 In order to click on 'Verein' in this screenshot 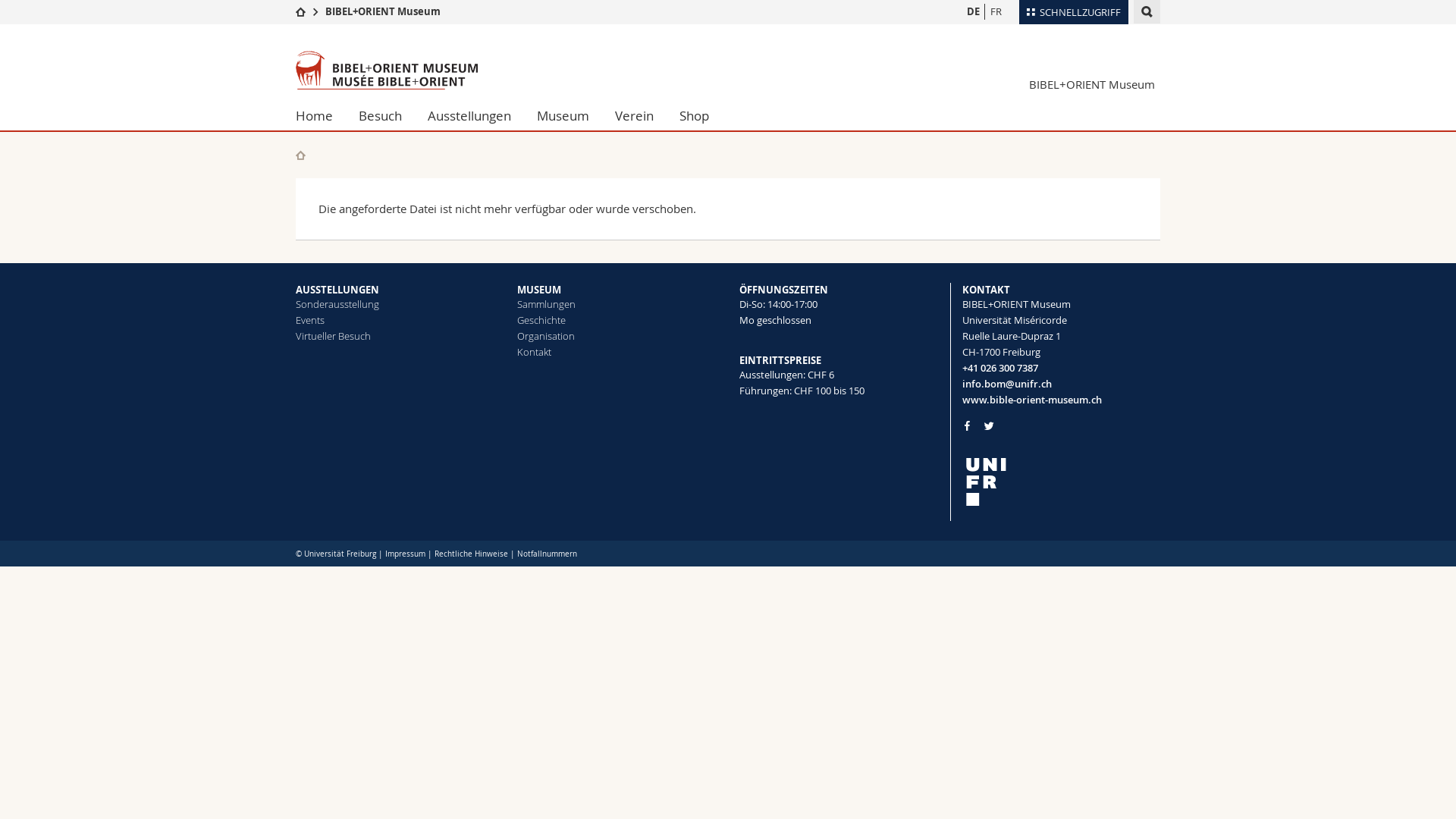, I will do `click(634, 115)`.